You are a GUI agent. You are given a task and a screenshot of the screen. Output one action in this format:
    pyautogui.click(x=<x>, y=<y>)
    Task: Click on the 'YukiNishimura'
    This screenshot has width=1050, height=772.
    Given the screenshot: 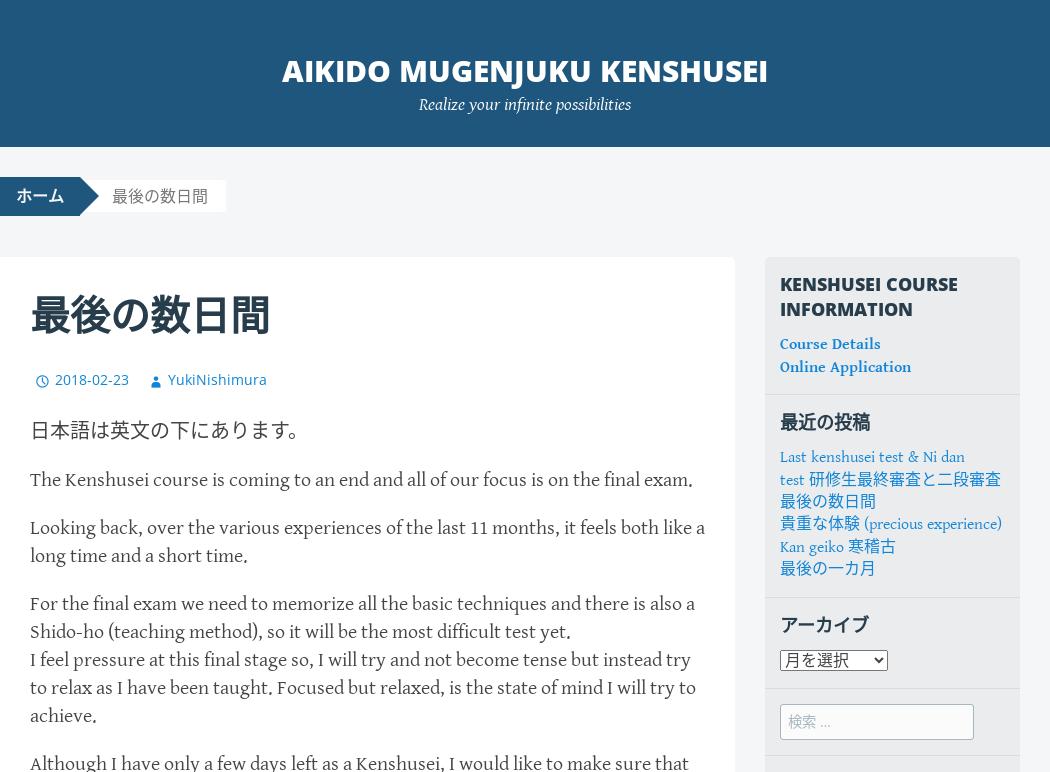 What is the action you would take?
    pyautogui.click(x=216, y=377)
    